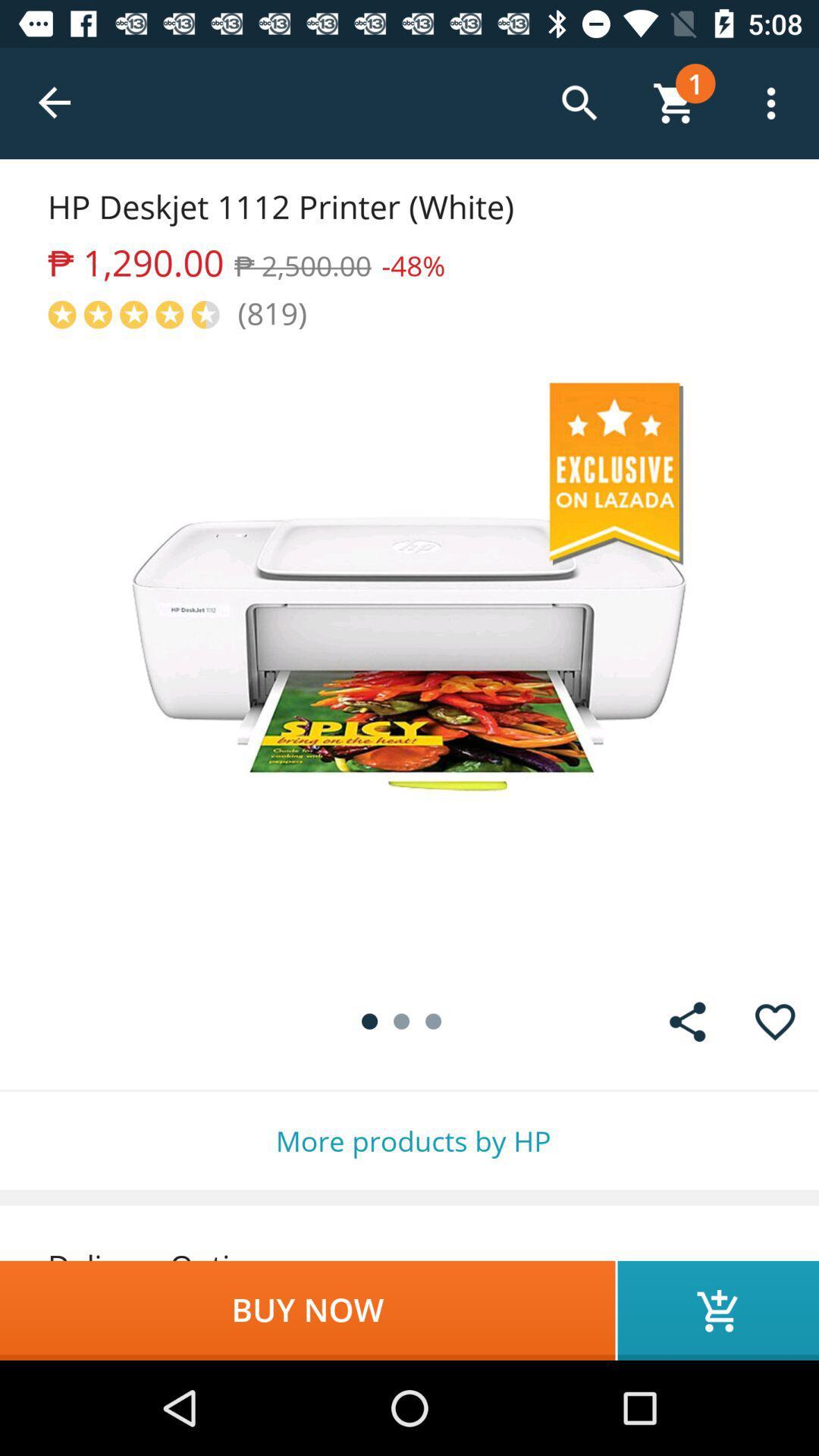  I want to click on item at the center, so click(409, 655).